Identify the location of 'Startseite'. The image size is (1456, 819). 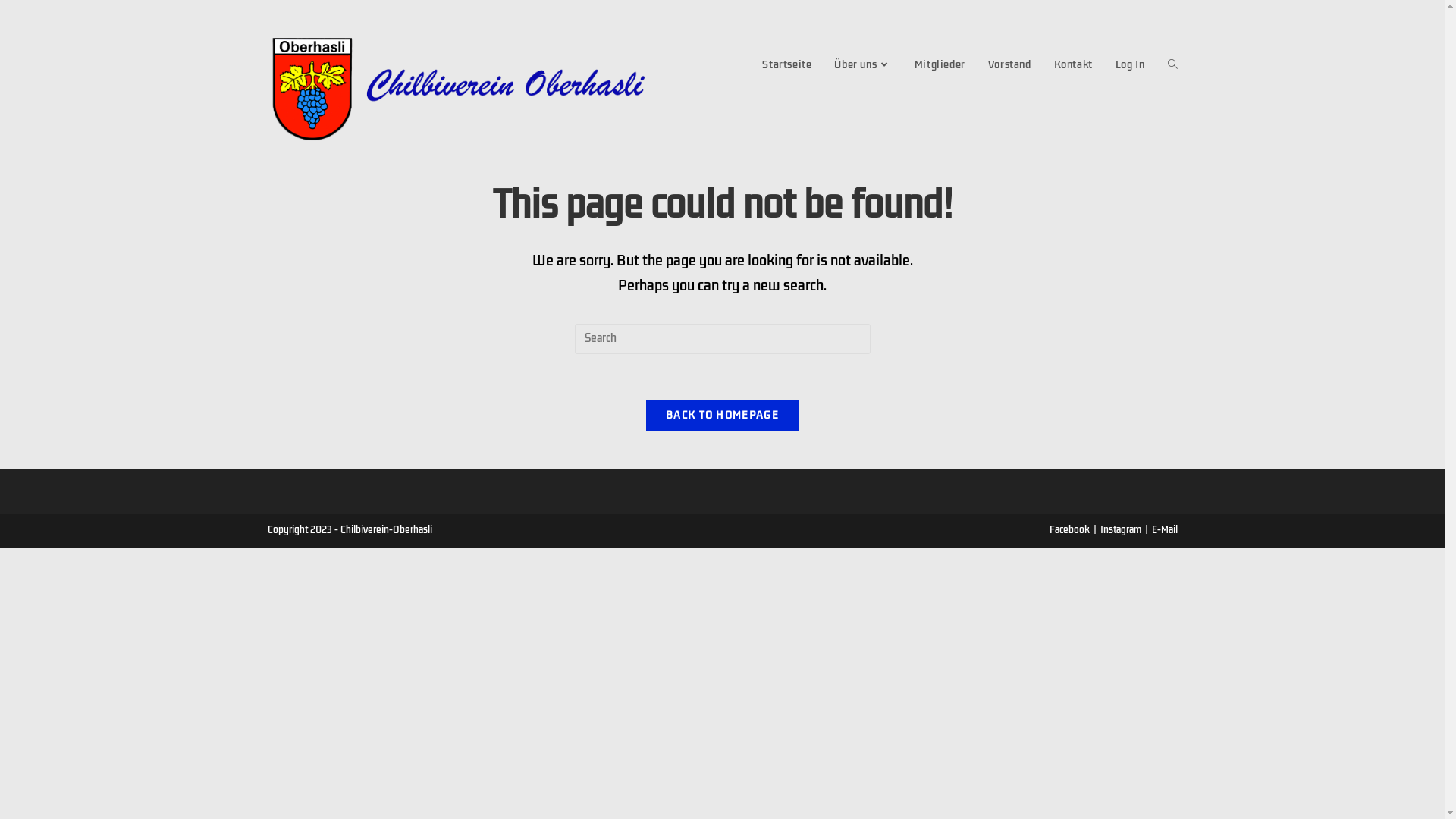
(786, 63).